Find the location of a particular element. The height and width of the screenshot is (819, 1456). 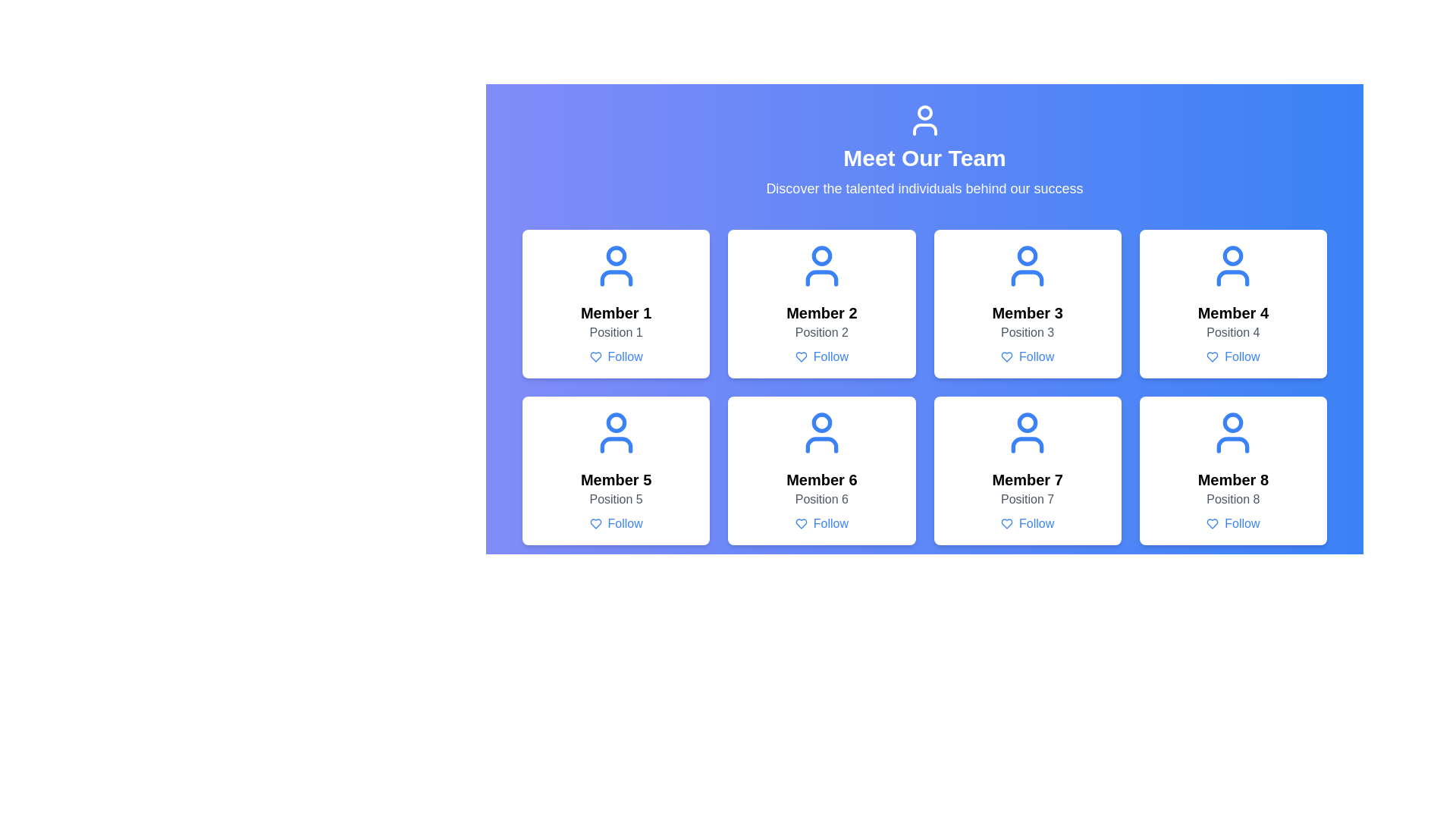

bold text label 'Member 6' located in the sixth card of the layout grid, positioned centrally above 'Position 6' and below the user profile icon is located at coordinates (821, 479).